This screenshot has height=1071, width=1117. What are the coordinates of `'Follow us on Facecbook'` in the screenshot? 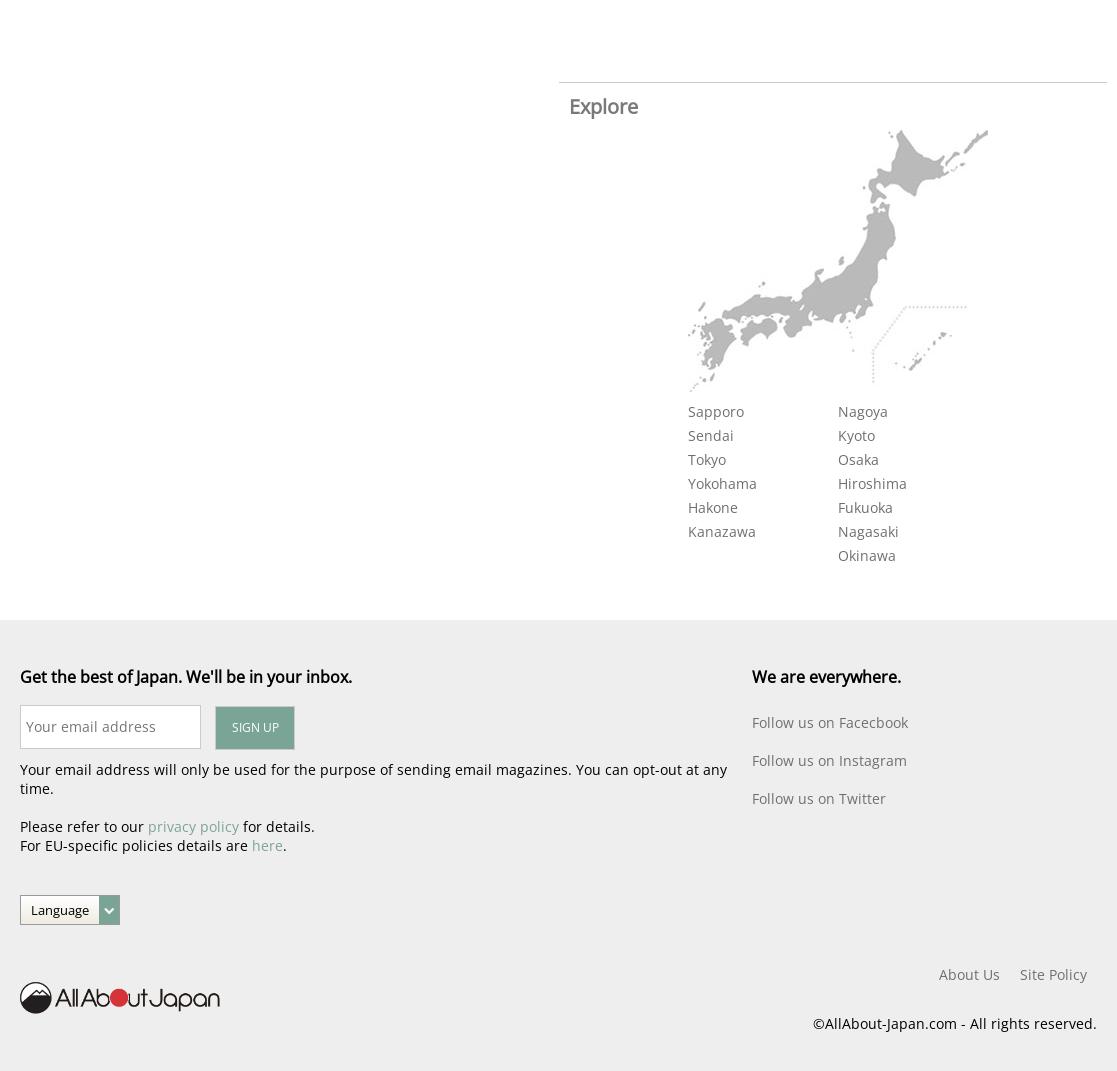 It's located at (830, 722).